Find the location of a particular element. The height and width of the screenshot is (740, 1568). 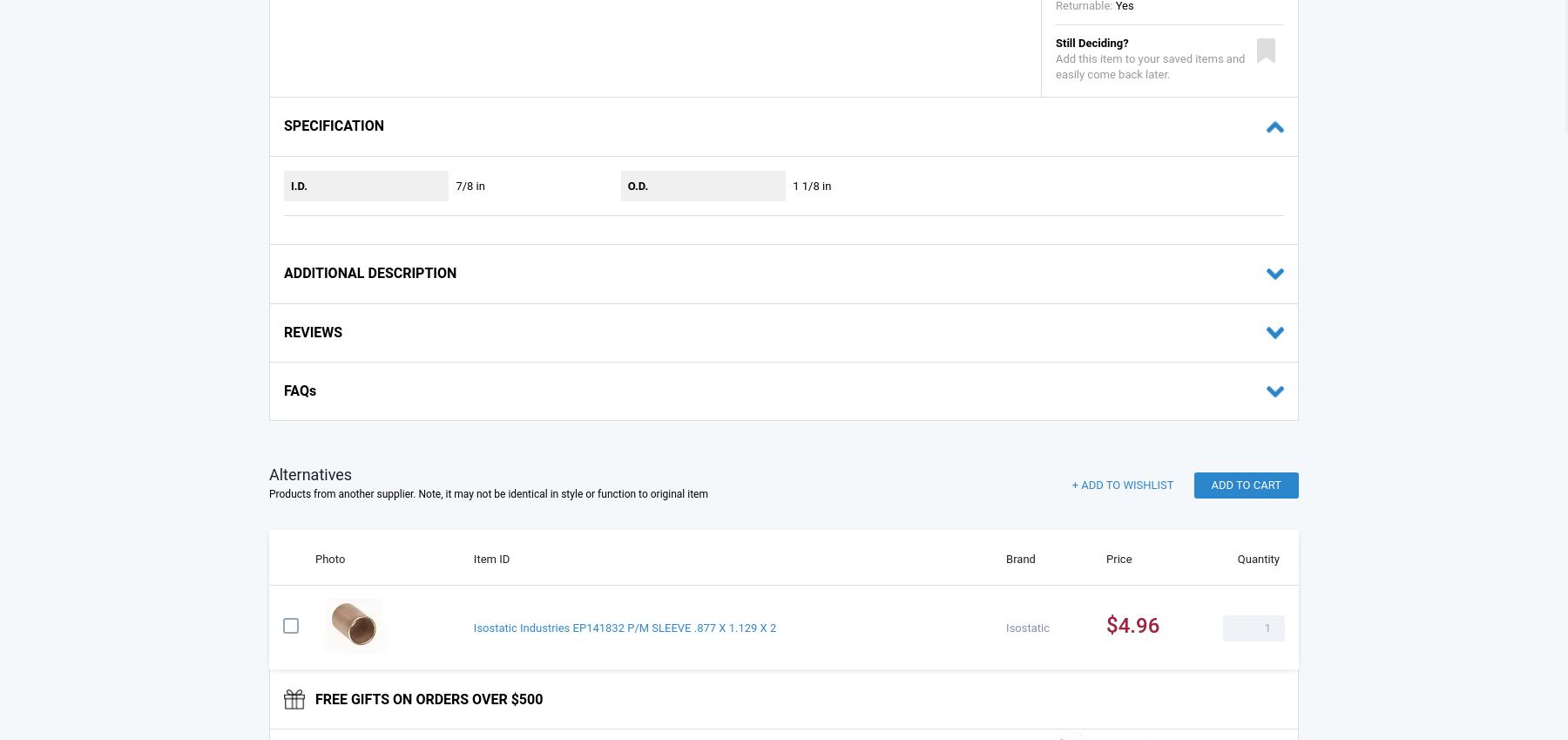

'Brand' is located at coordinates (1019, 558).